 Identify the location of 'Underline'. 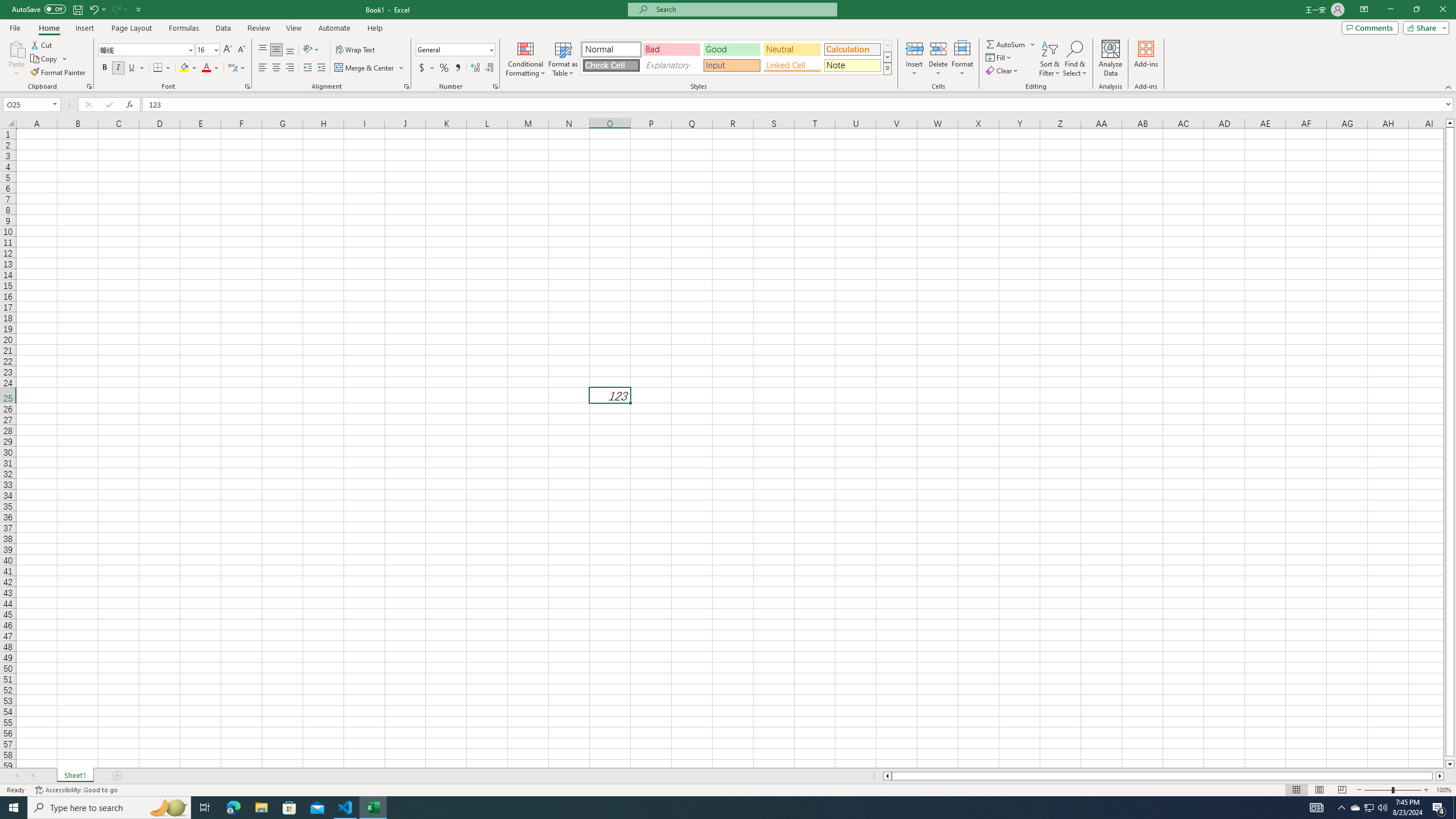
(131, 67).